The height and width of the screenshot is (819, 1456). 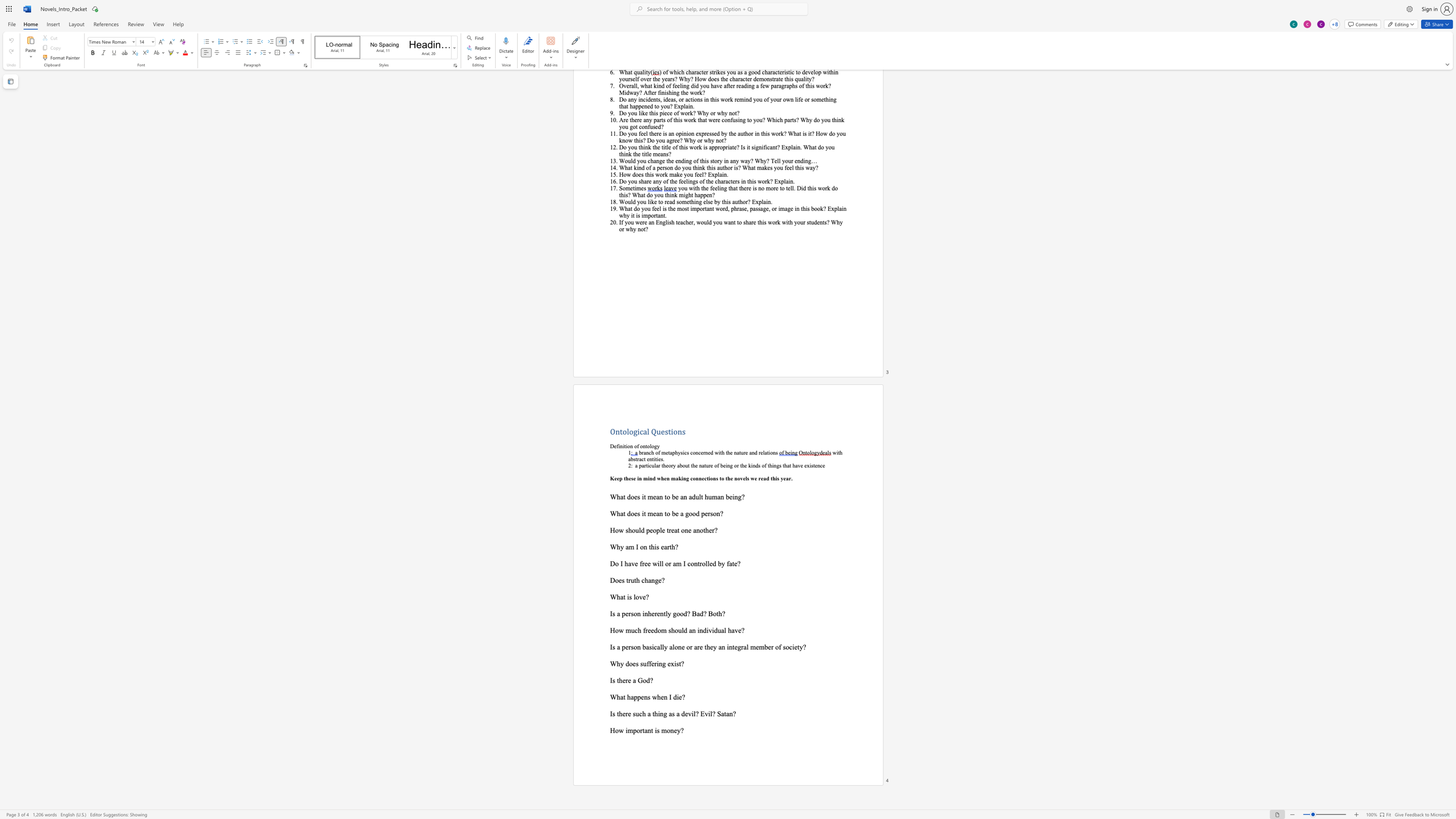 What do you see at coordinates (654, 580) in the screenshot?
I see `the space between the continuous character "n" and "g" in the text` at bounding box center [654, 580].